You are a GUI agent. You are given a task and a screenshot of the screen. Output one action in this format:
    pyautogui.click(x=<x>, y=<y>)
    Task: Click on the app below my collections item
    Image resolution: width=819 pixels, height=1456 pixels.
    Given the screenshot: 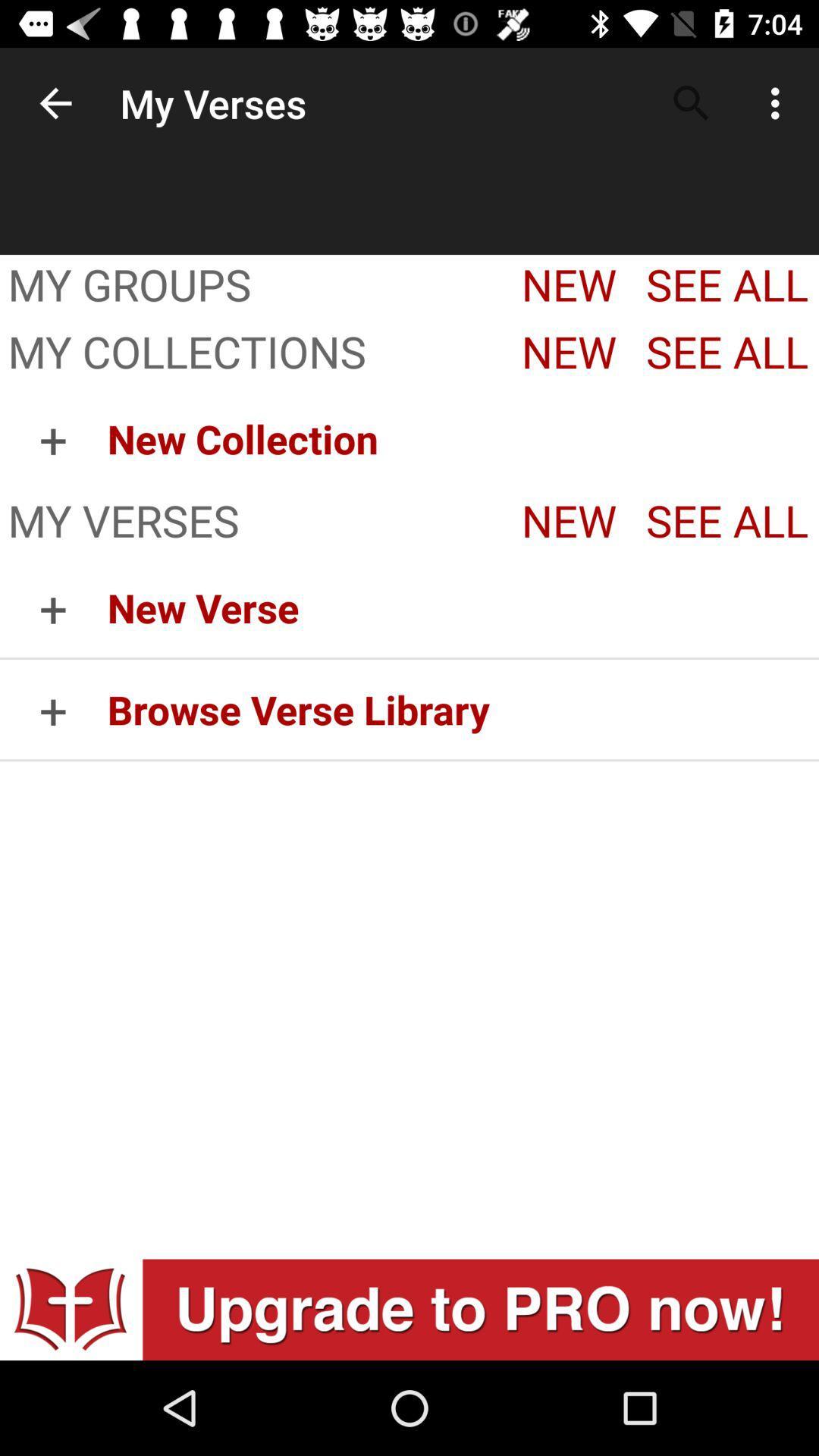 What is the action you would take?
    pyautogui.click(x=52, y=438)
    